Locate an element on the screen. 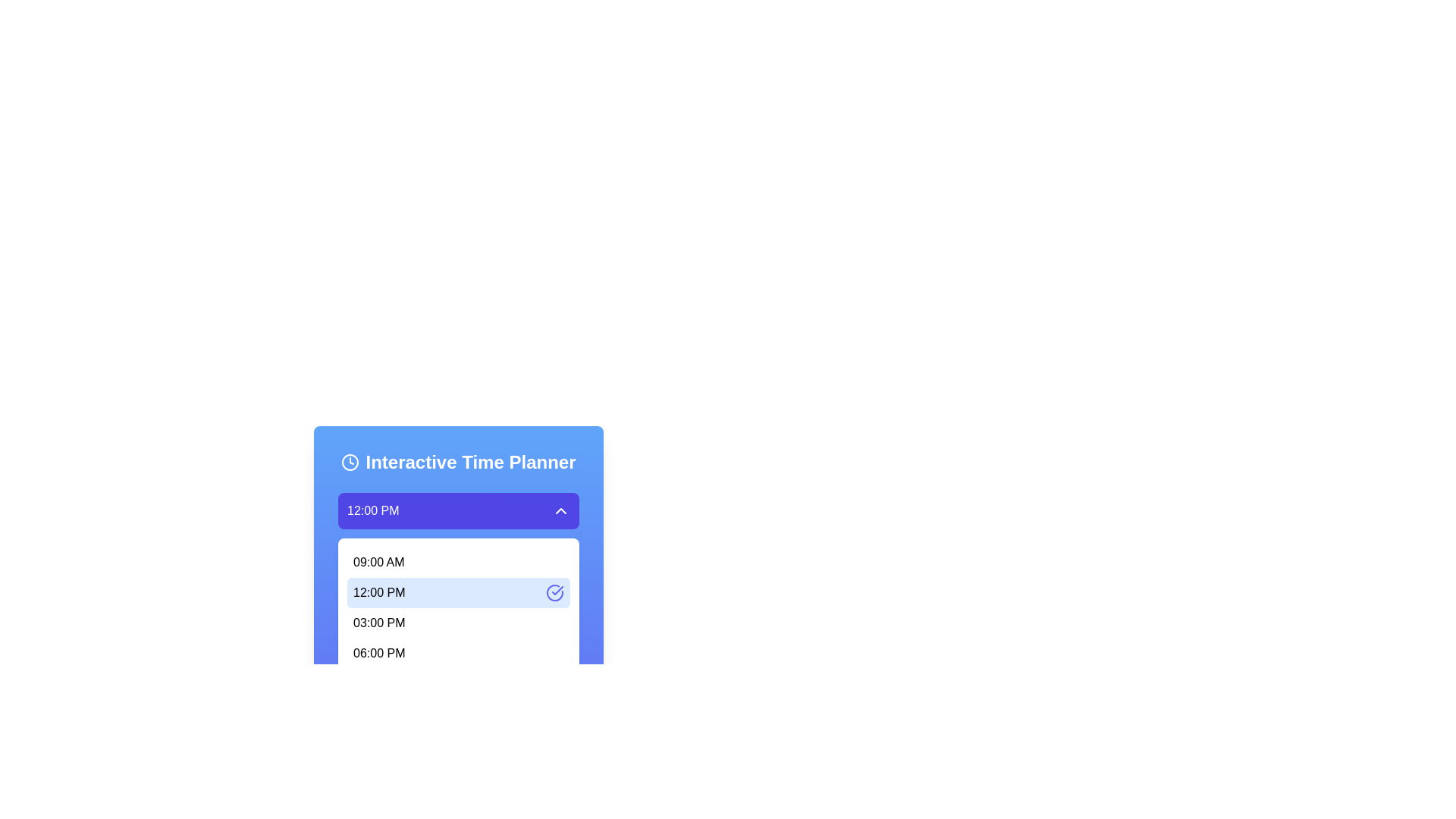 The image size is (1456, 819). displayed text '12:00 PM' from the static text element styled in white font on a blue rectangular background located at the top of the dropdown menu is located at coordinates (373, 511).